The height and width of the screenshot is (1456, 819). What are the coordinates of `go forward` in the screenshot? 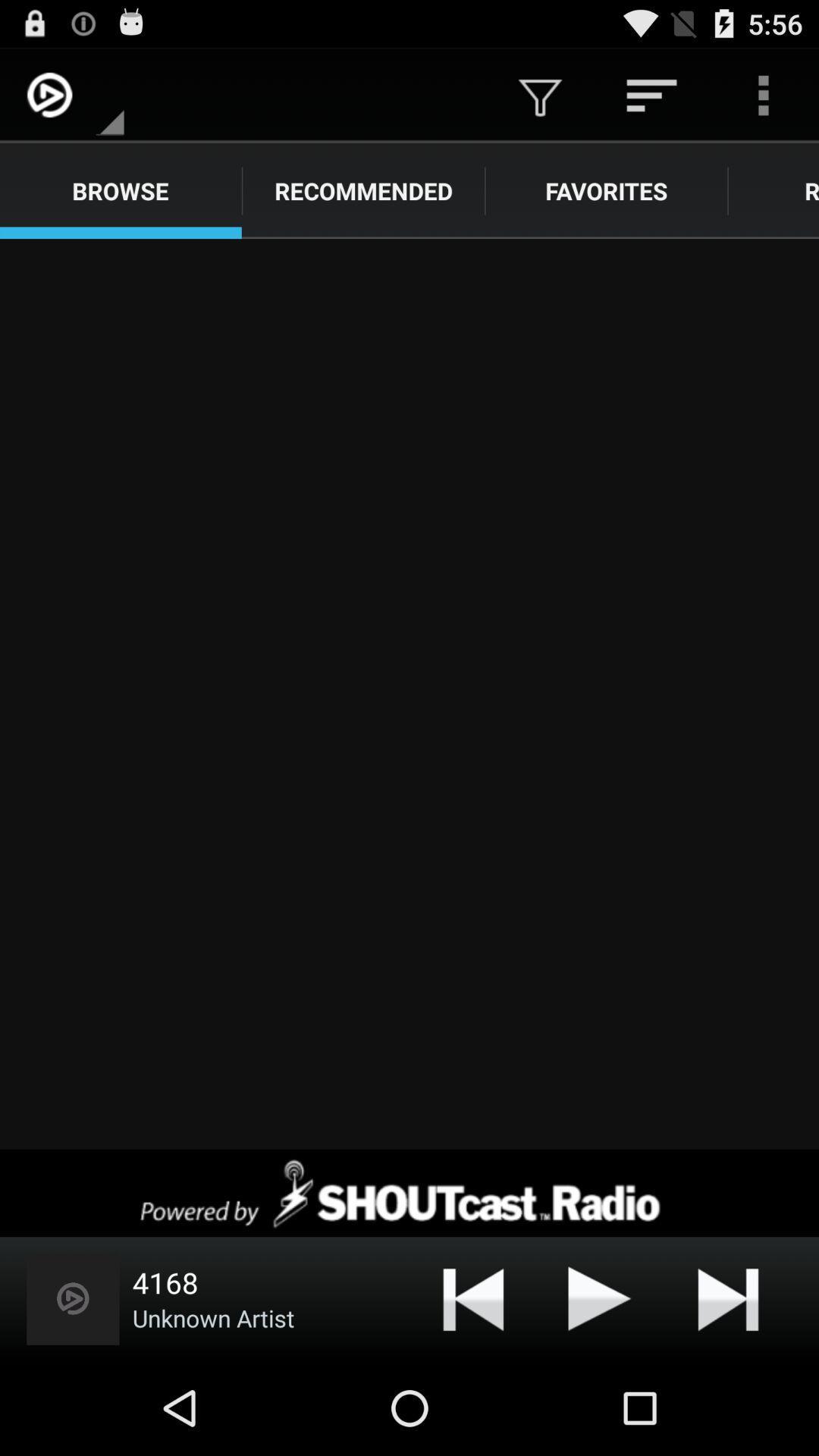 It's located at (409, 693).